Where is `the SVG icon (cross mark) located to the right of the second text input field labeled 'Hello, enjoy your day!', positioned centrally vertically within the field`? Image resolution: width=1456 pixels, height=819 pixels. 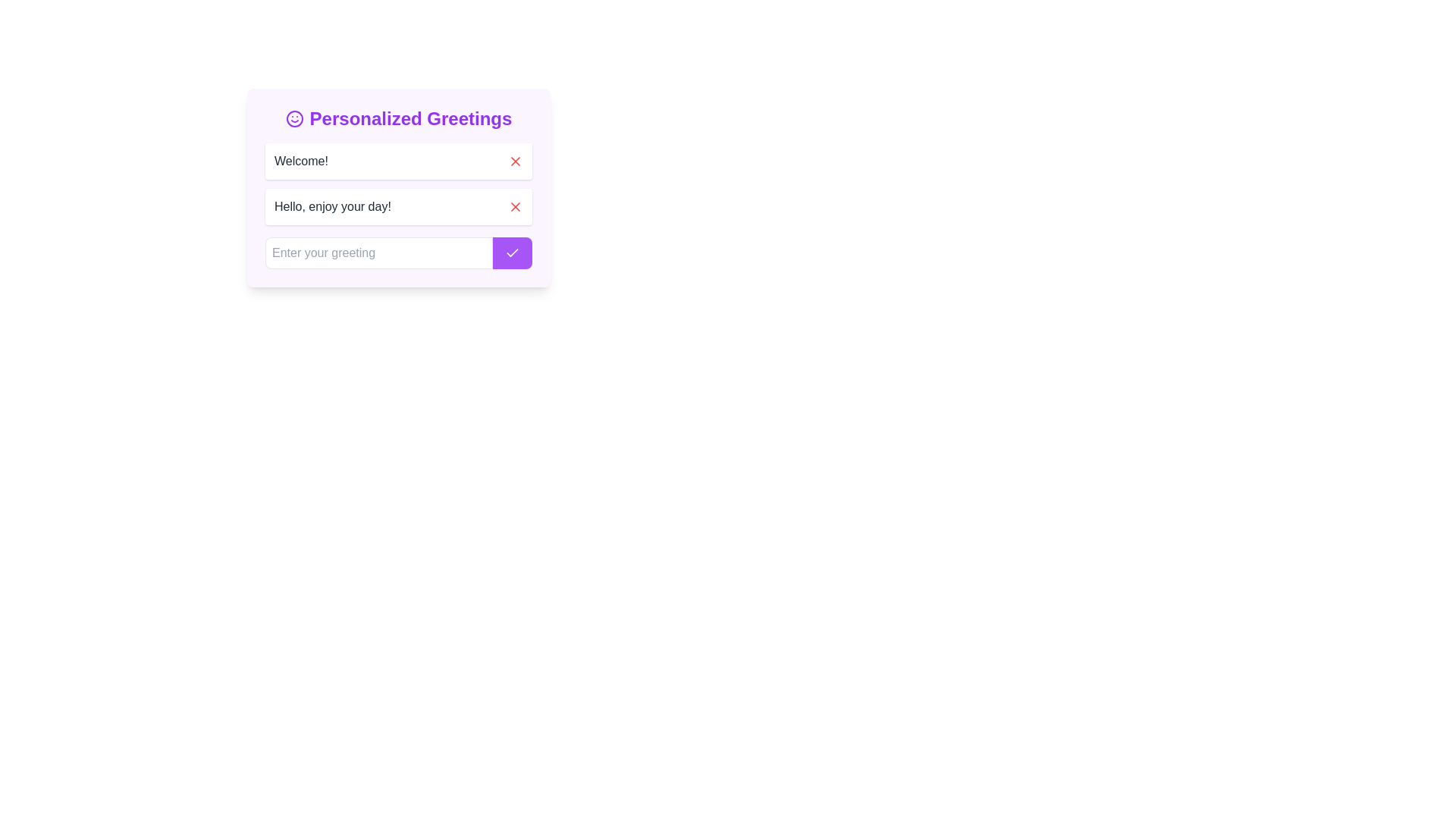 the SVG icon (cross mark) located to the right of the second text input field labeled 'Hello, enjoy your day!', positioned centrally vertically within the field is located at coordinates (516, 161).